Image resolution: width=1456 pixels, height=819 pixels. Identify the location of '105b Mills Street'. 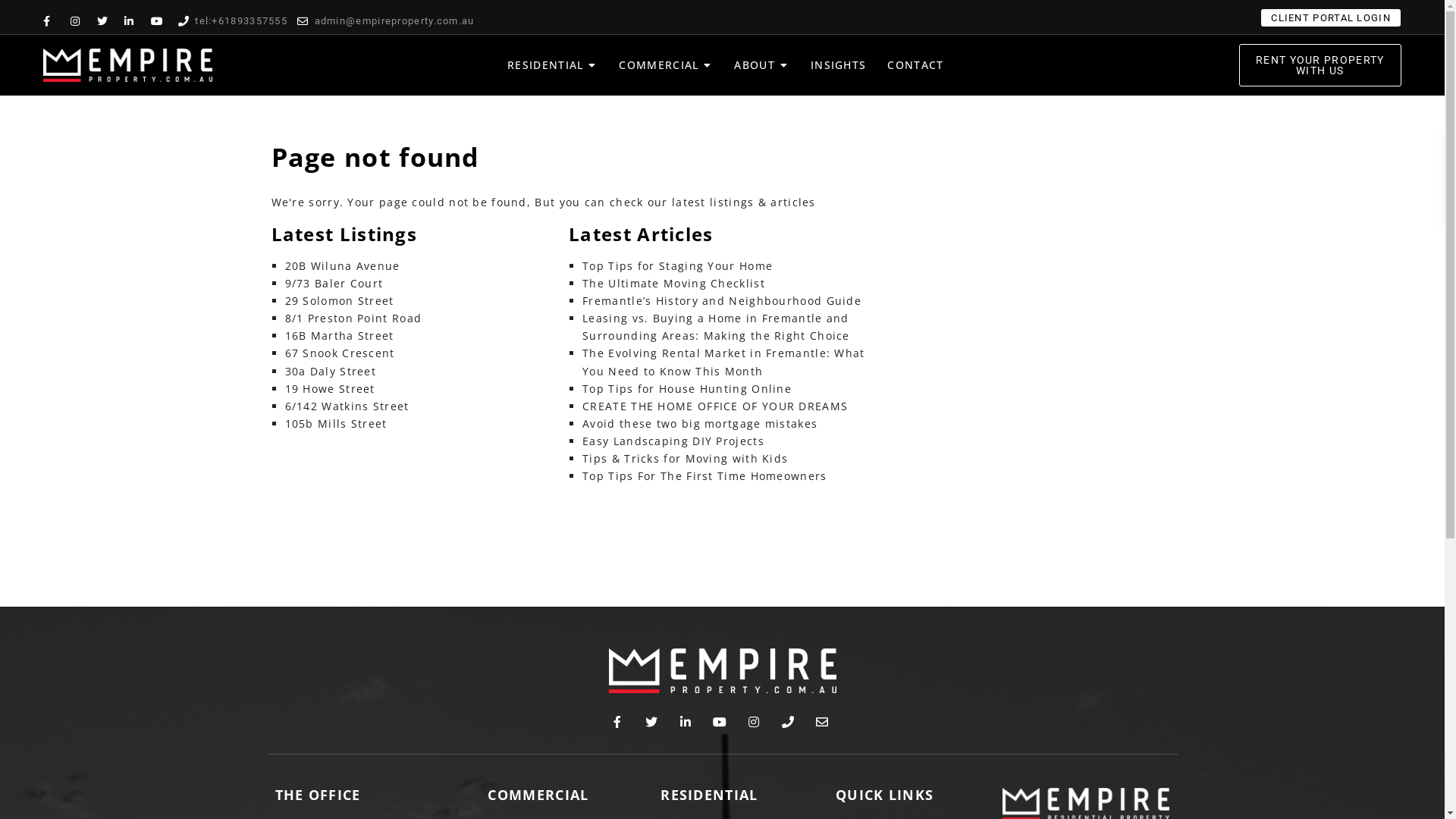
(335, 423).